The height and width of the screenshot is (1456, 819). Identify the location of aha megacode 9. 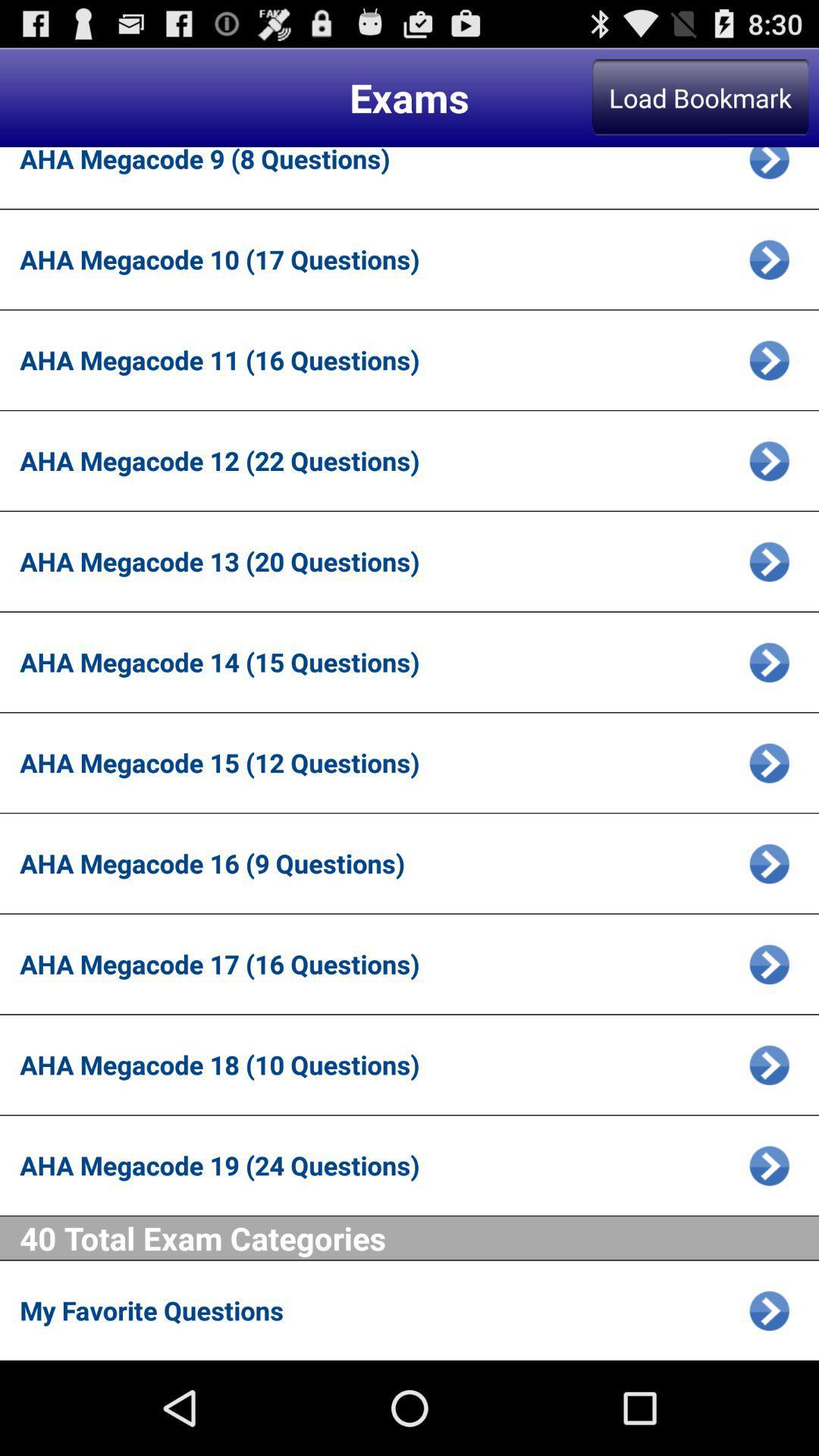
(769, 168).